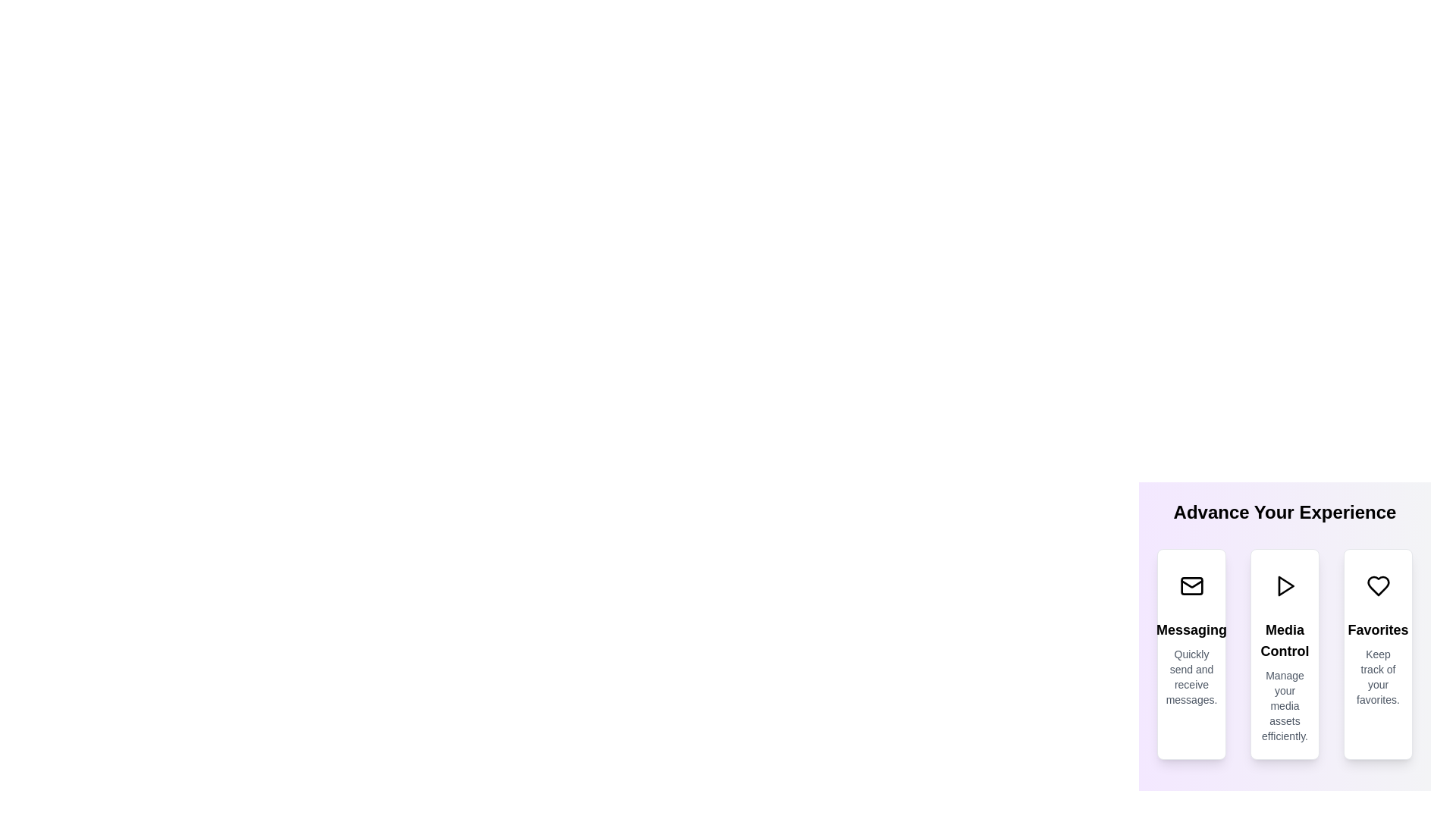 Image resolution: width=1456 pixels, height=819 pixels. What do you see at coordinates (1284, 705) in the screenshot?
I see `descriptive text label located below the 'Media Control' title in the middle card of three cards` at bounding box center [1284, 705].